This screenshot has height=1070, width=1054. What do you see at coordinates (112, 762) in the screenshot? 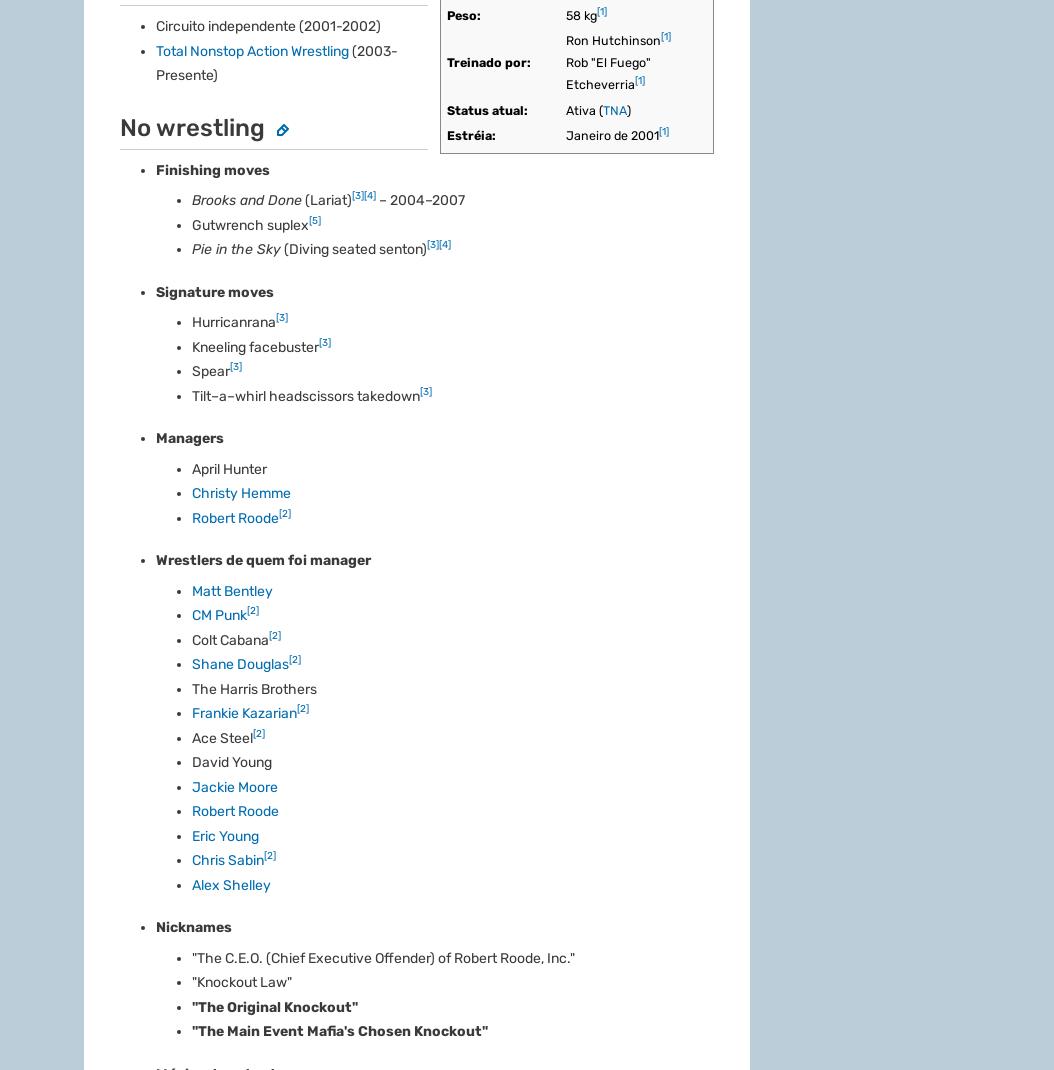
I see `'Anuncie'` at bounding box center [112, 762].